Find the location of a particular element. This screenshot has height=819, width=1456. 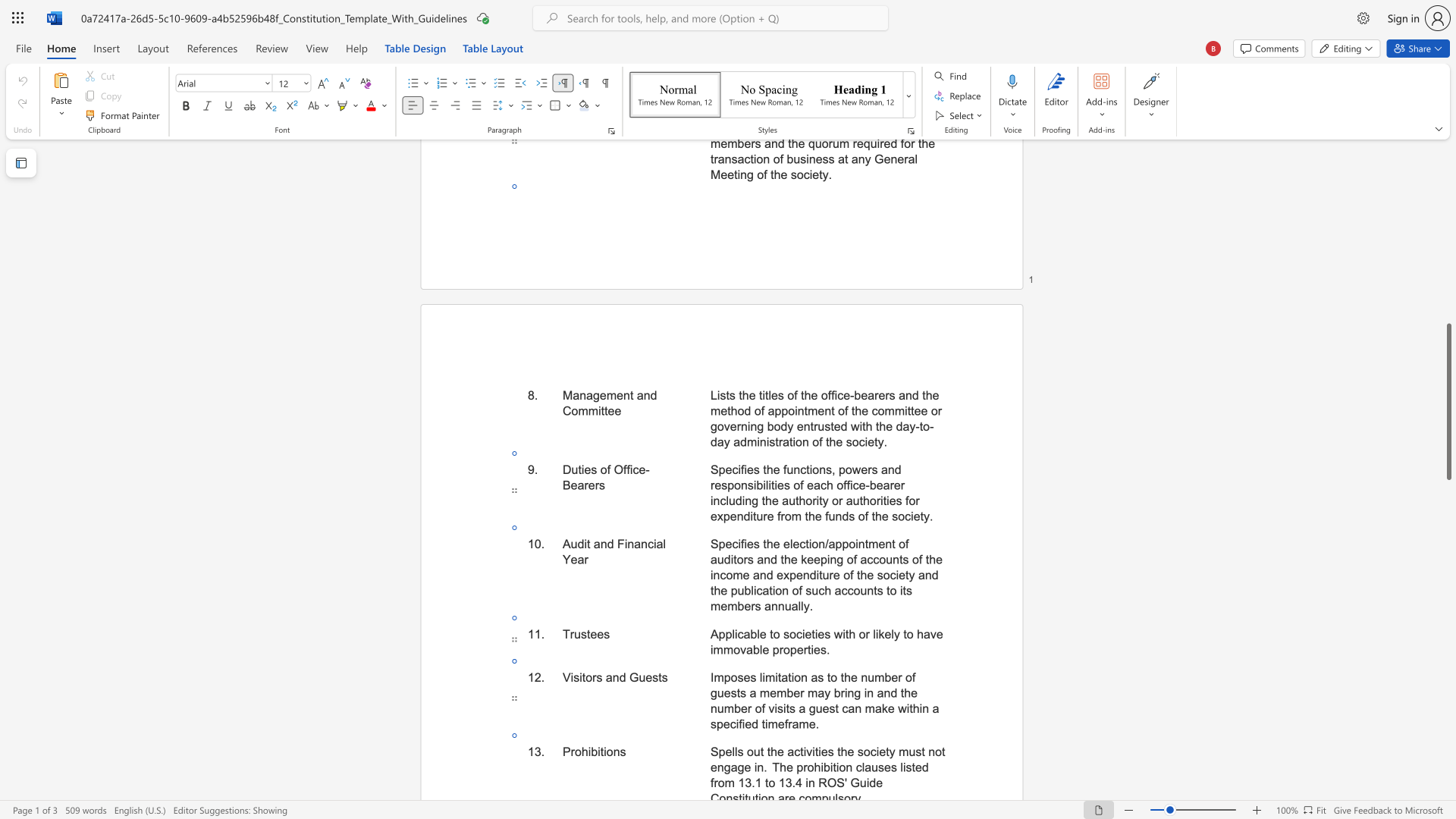

the 6th character "a" in the text is located at coordinates (801, 708).